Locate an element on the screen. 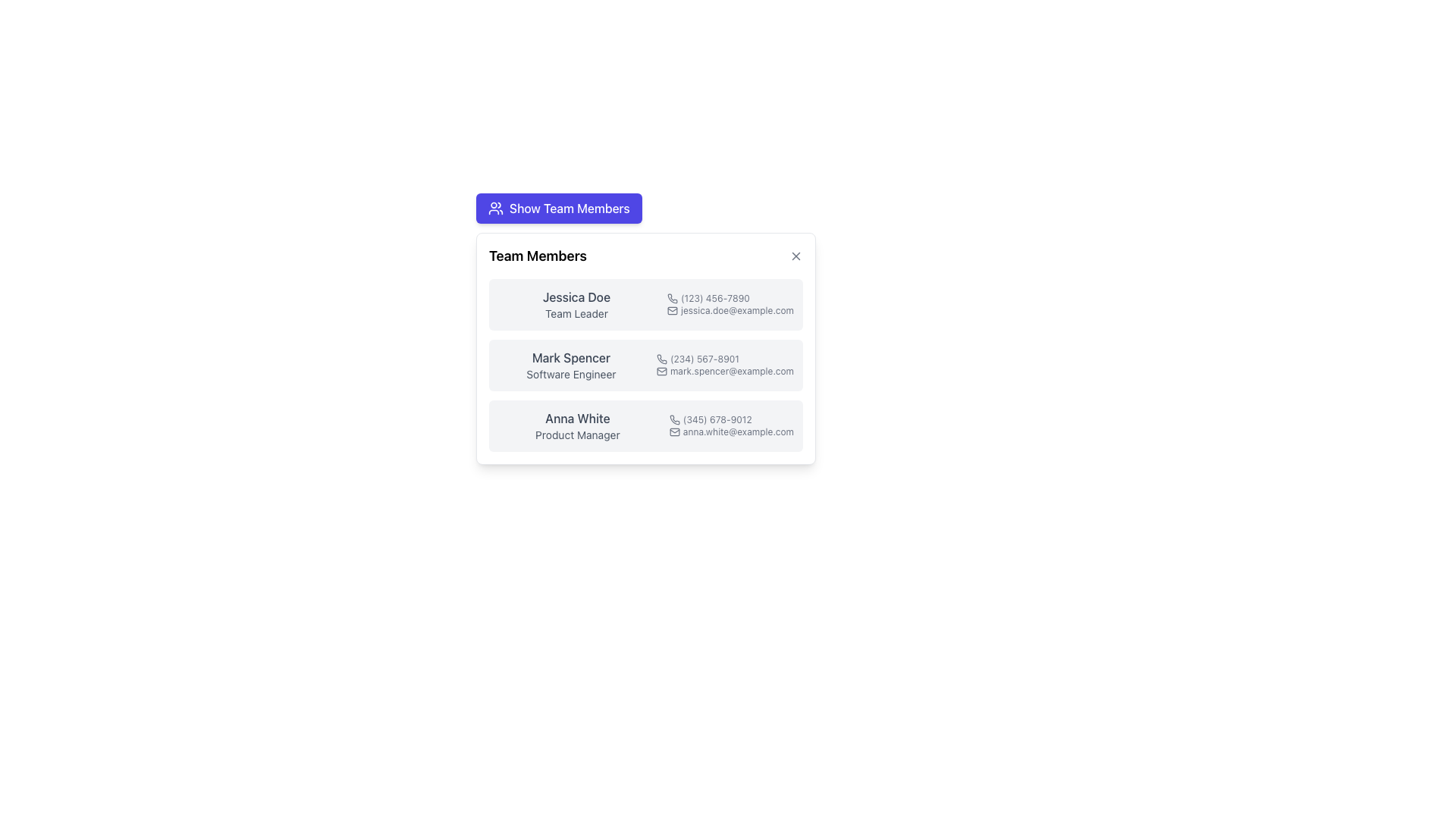 The height and width of the screenshot is (819, 1456). the phone number text '(123) 456-7890' located in the first list item under the 'Team Members' section, which is styled in gray and positioned below the name 'Jessica Doe' is located at coordinates (730, 298).